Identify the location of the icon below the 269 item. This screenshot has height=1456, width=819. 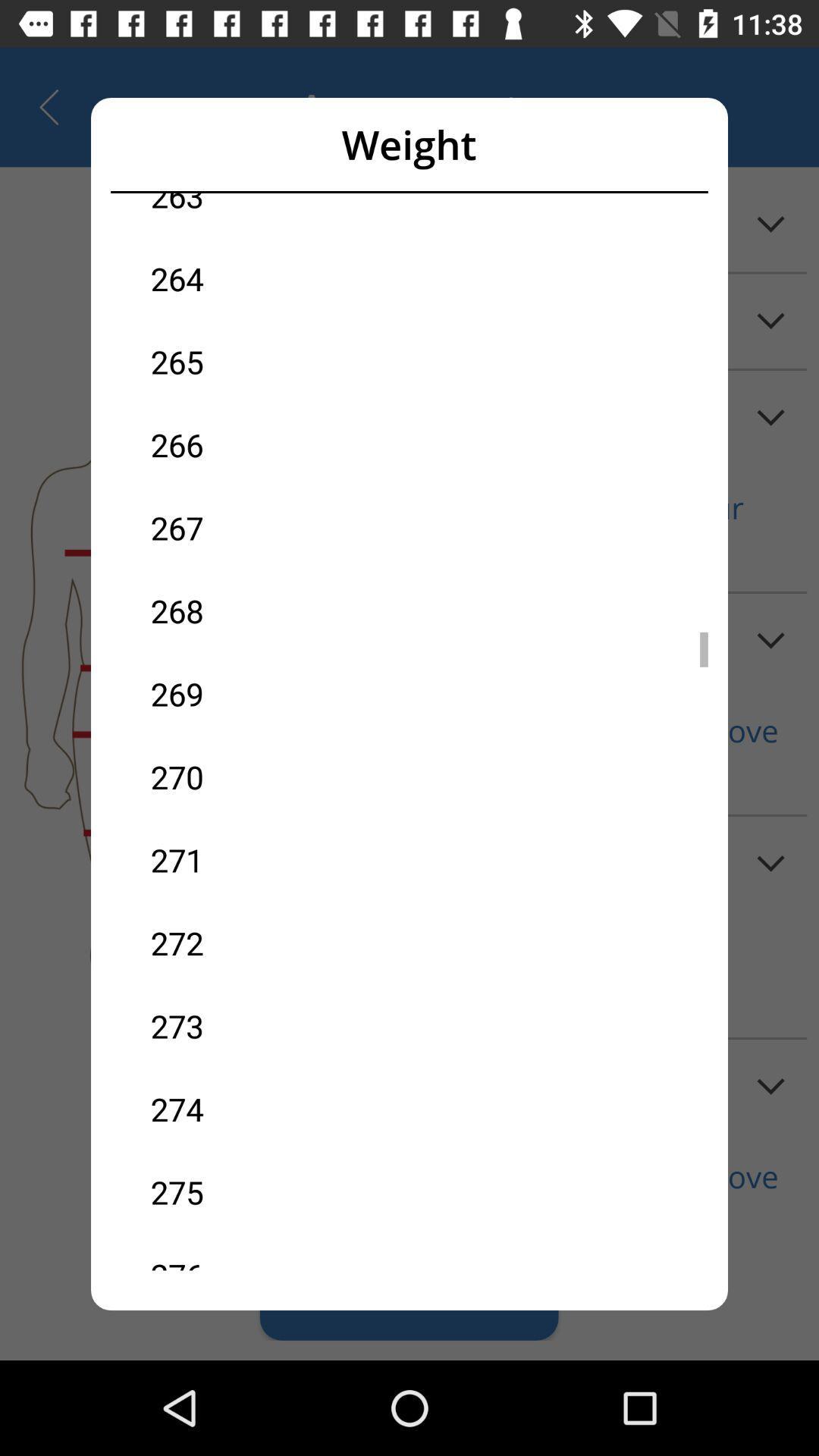
(280, 777).